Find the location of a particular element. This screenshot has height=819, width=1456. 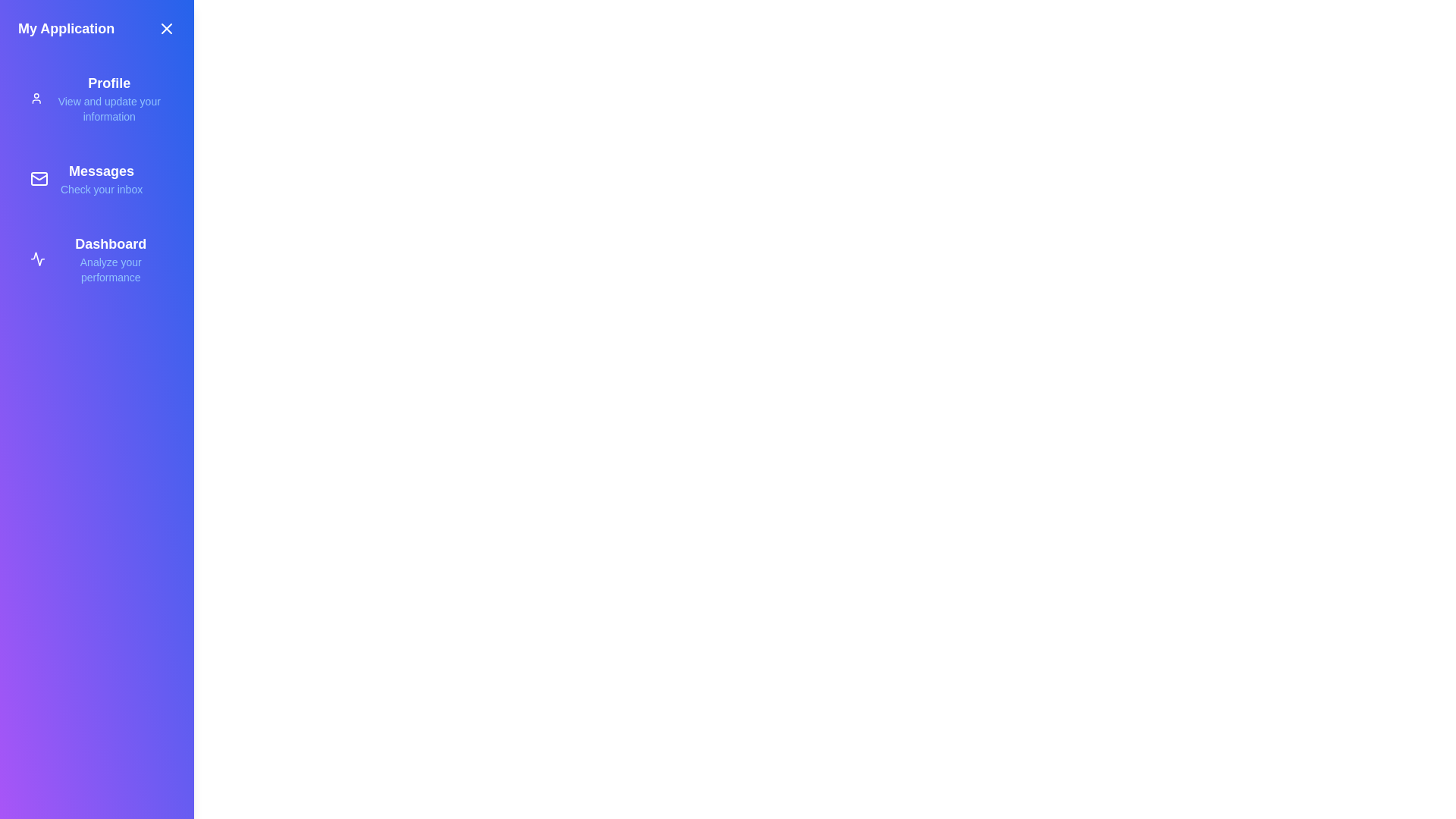

the toggle button to open or close the drawer is located at coordinates (167, 29).